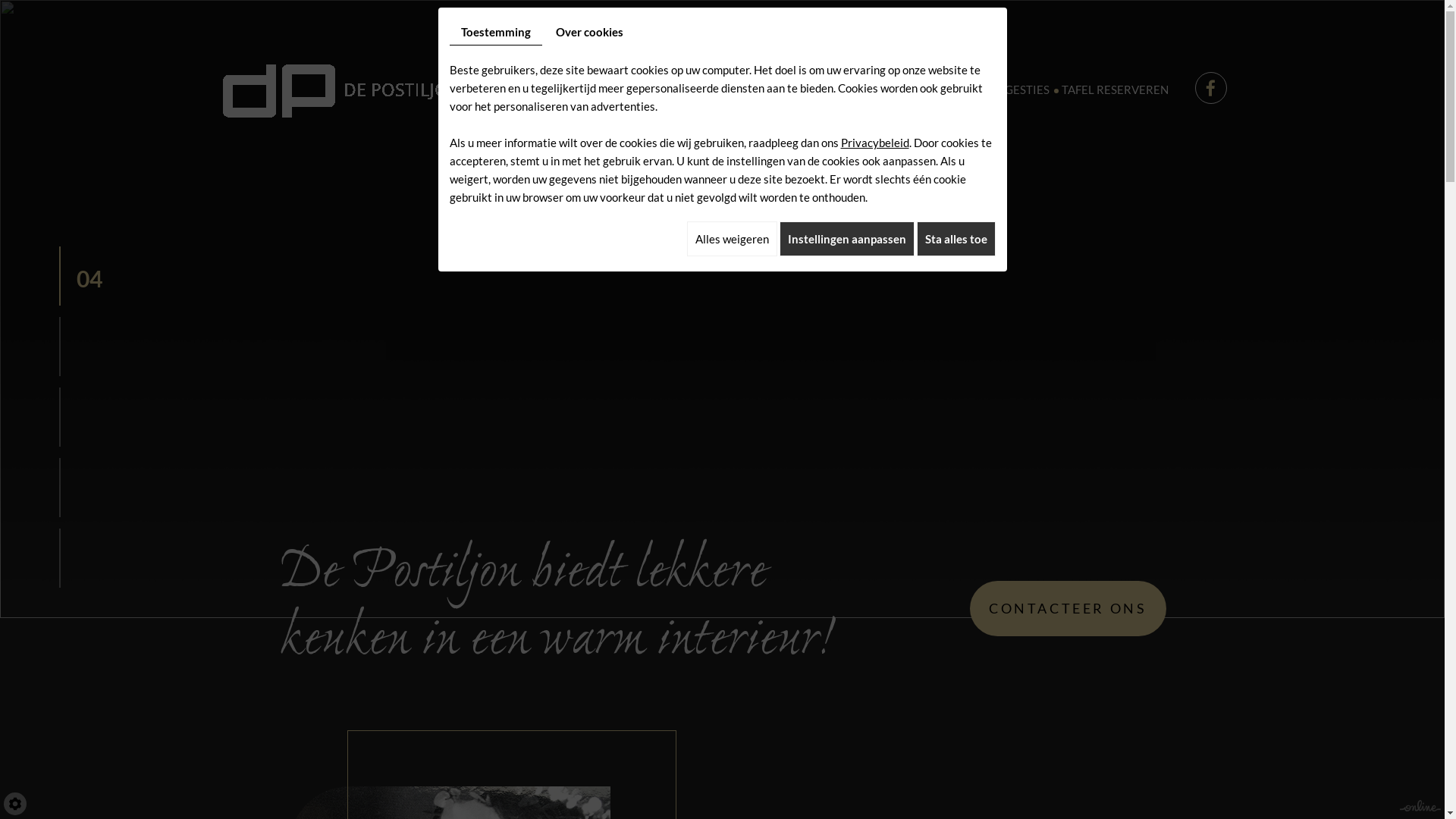 The width and height of the screenshot is (1456, 819). Describe the element at coordinates (732, 239) in the screenshot. I see `'Alles weigeren'` at that location.